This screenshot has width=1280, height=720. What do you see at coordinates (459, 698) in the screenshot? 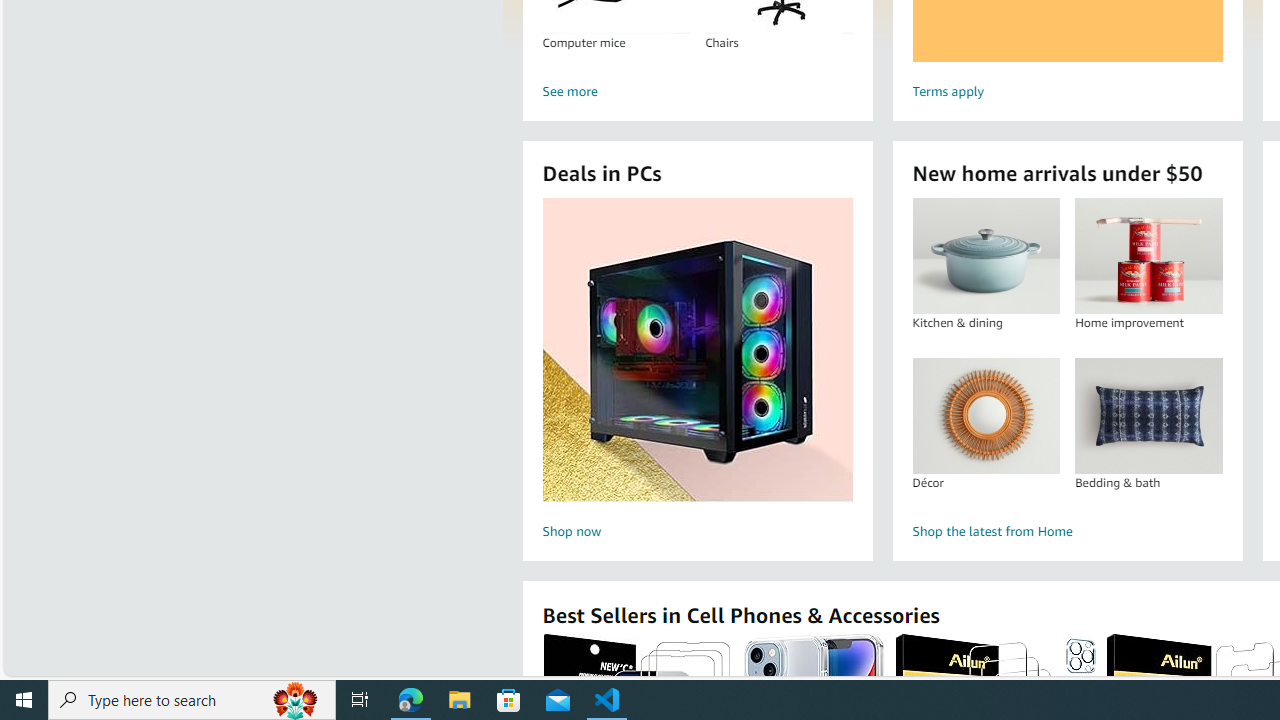
I see `'File Explorer'` at bounding box center [459, 698].